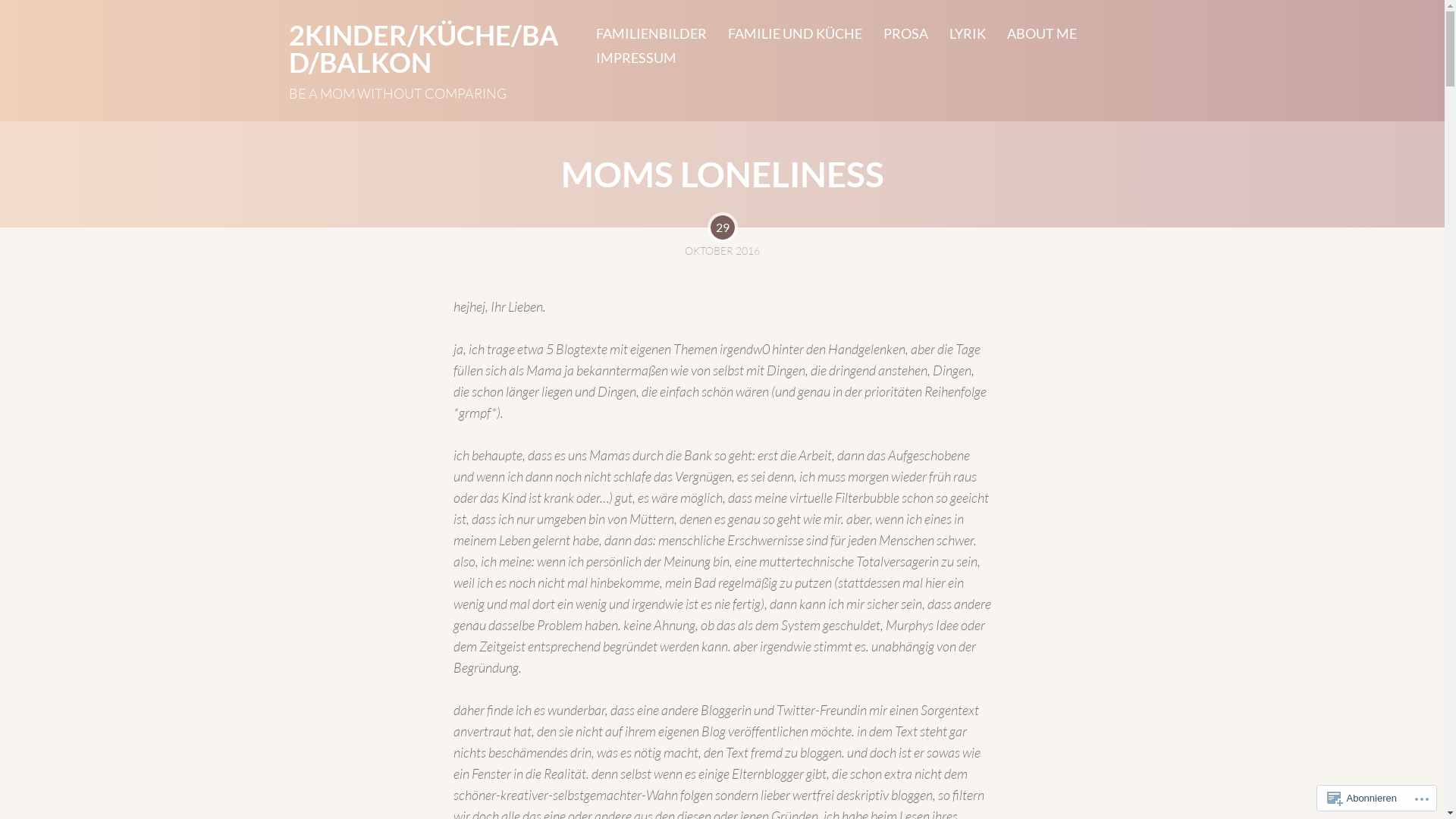  What do you see at coordinates (862, 33) in the screenshot?
I see `'PROSA'` at bounding box center [862, 33].